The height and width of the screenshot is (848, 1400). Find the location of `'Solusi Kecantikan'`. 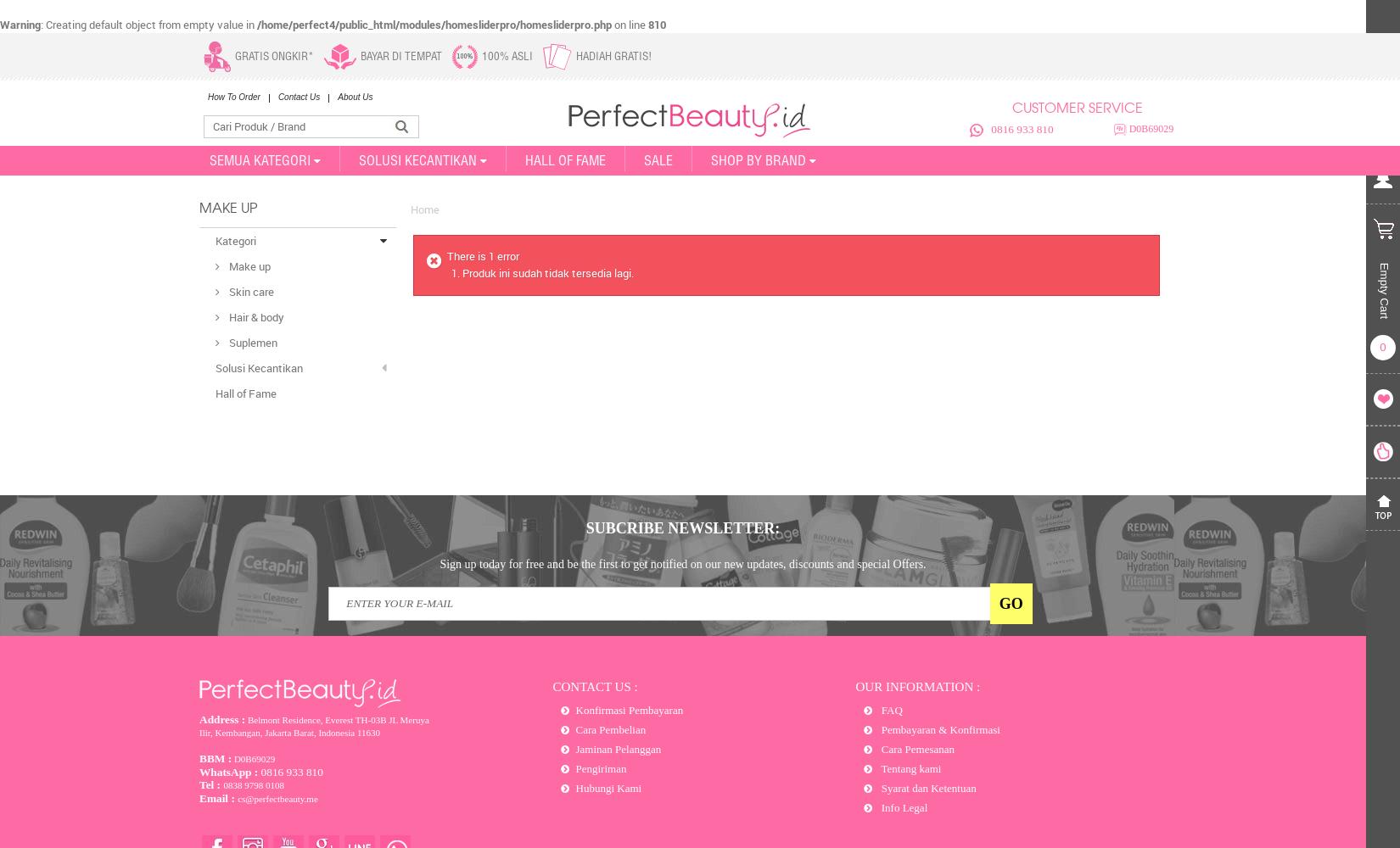

'Solusi Kecantikan' is located at coordinates (259, 368).